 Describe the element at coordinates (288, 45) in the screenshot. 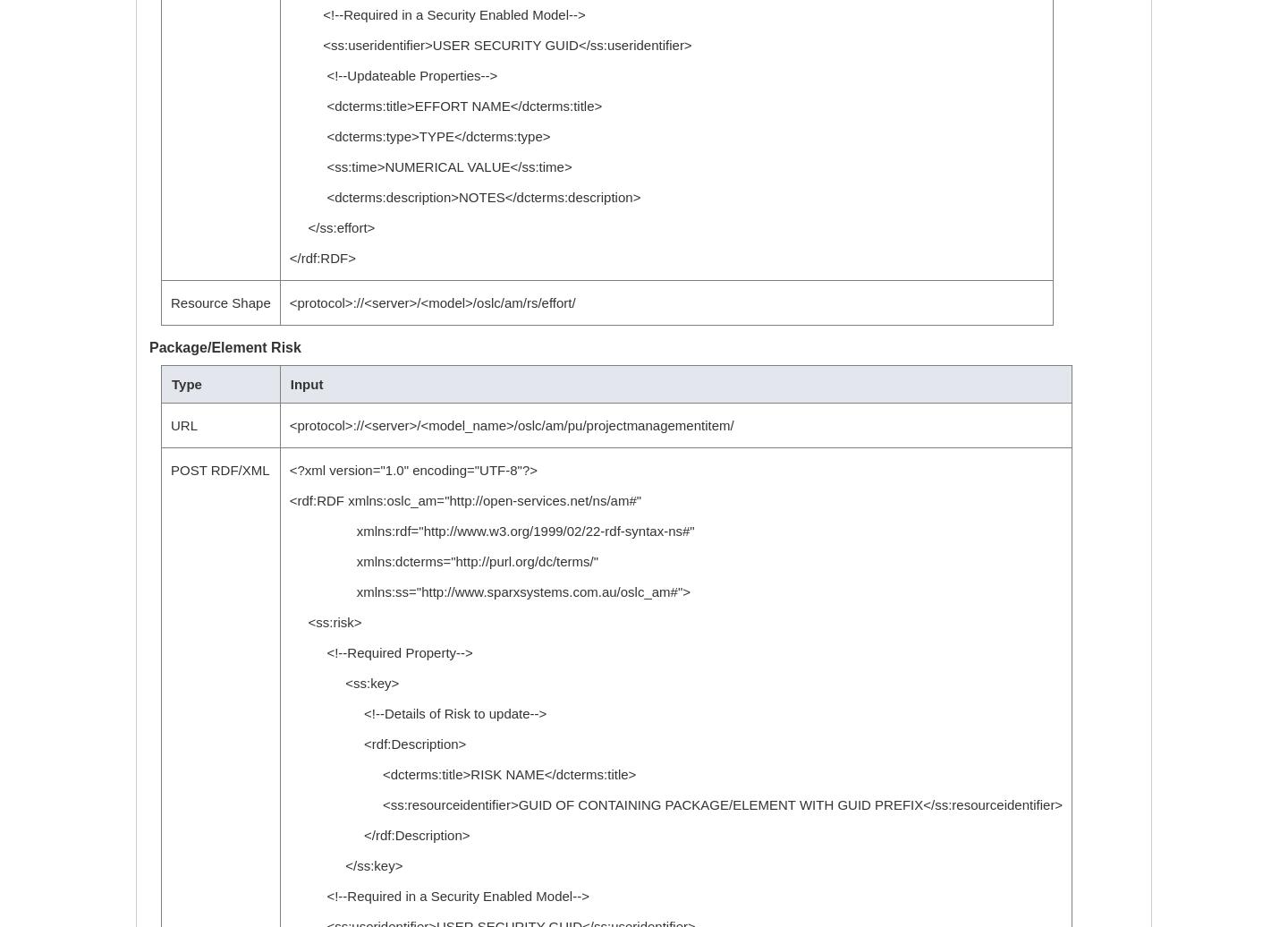

I see `'<ss:useridentifier>USER SECURITY GUID</ss:useridentifier>'` at that location.